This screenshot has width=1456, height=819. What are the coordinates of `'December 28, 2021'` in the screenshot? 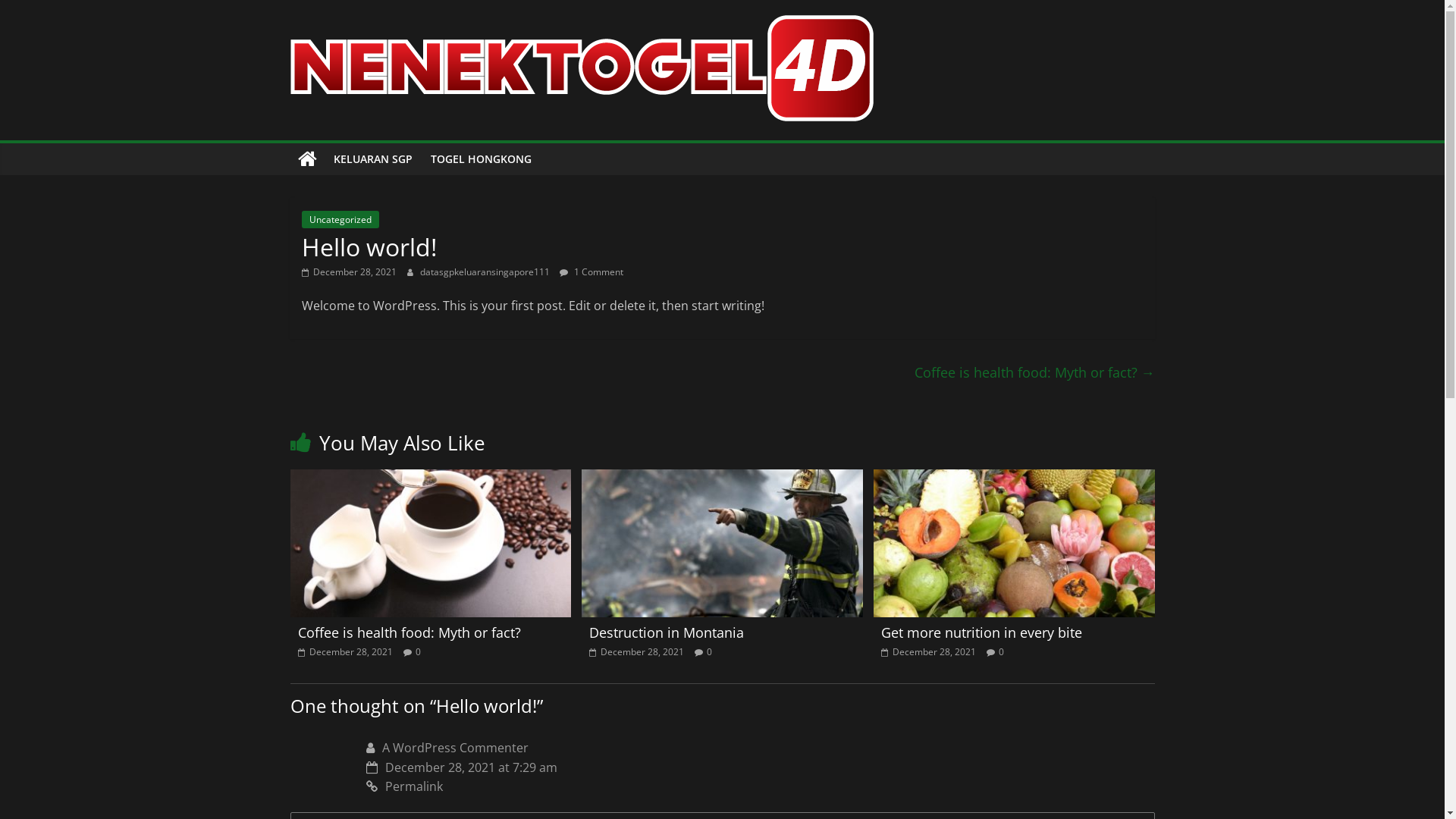 It's located at (344, 651).